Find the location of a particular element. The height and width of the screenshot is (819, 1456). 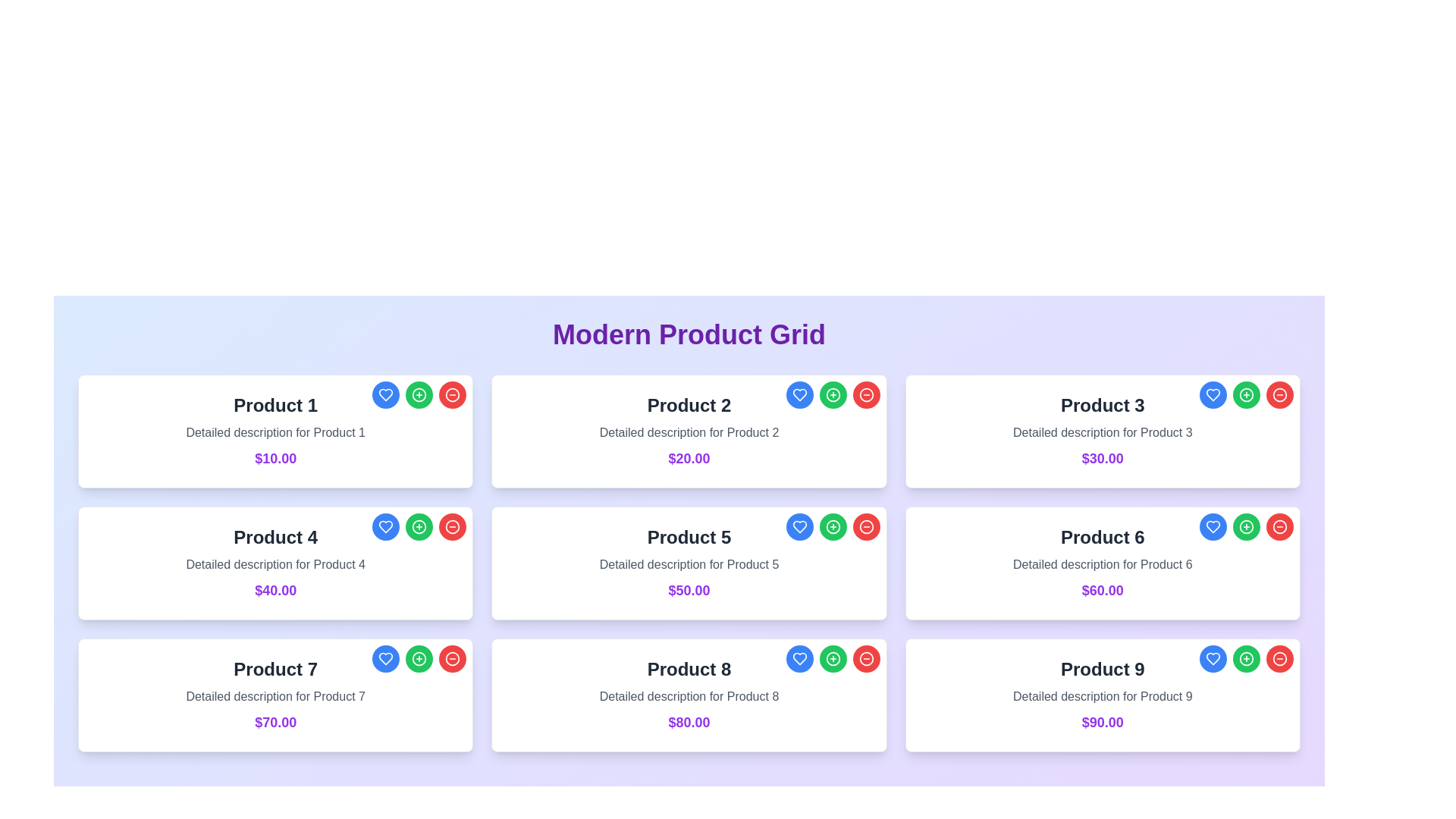

the circular green button with a plus symbol (+) located in the card for 'Product 7' is located at coordinates (419, 657).